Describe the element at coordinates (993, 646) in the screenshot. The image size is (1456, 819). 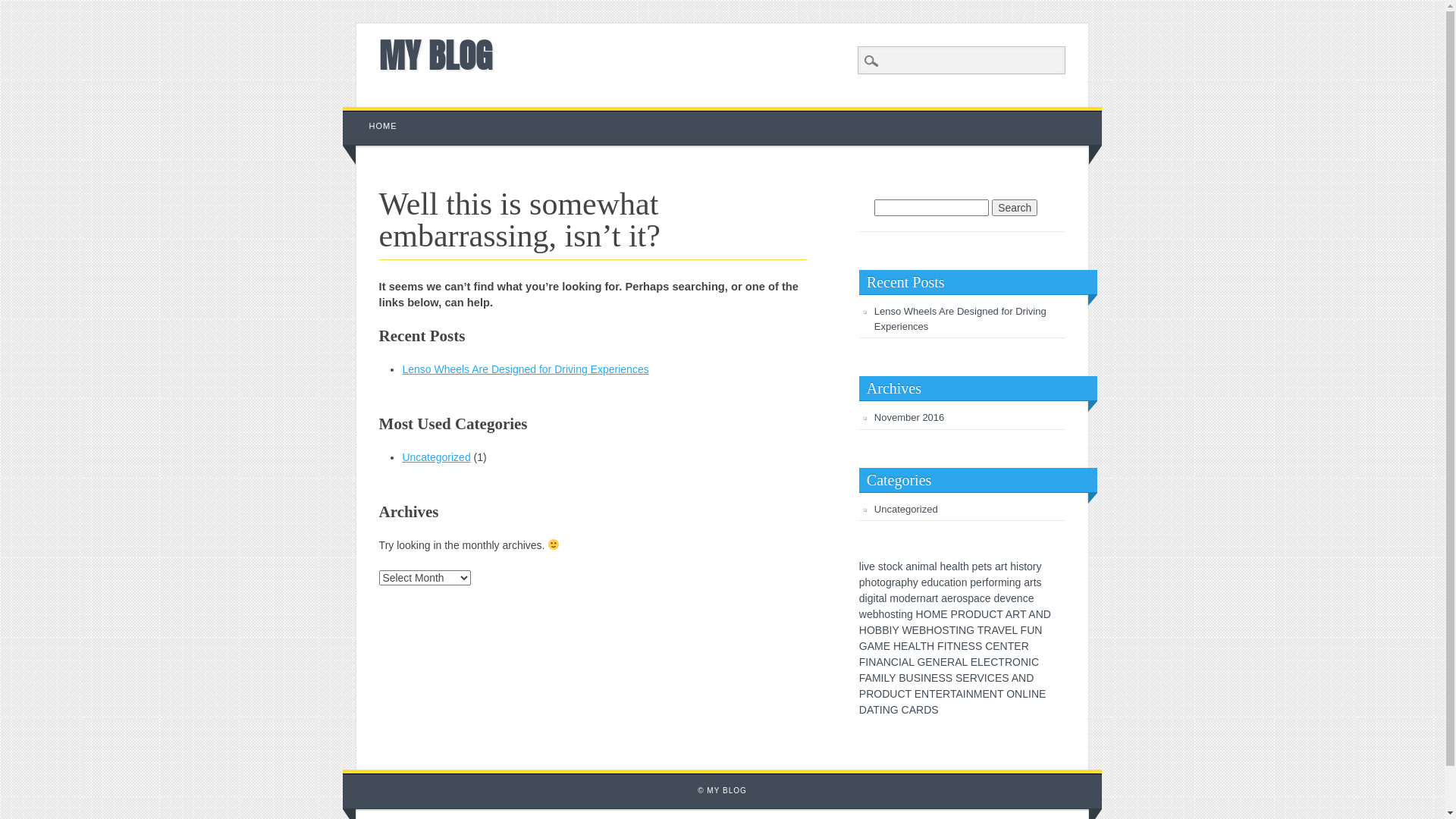
I see `'E'` at that location.